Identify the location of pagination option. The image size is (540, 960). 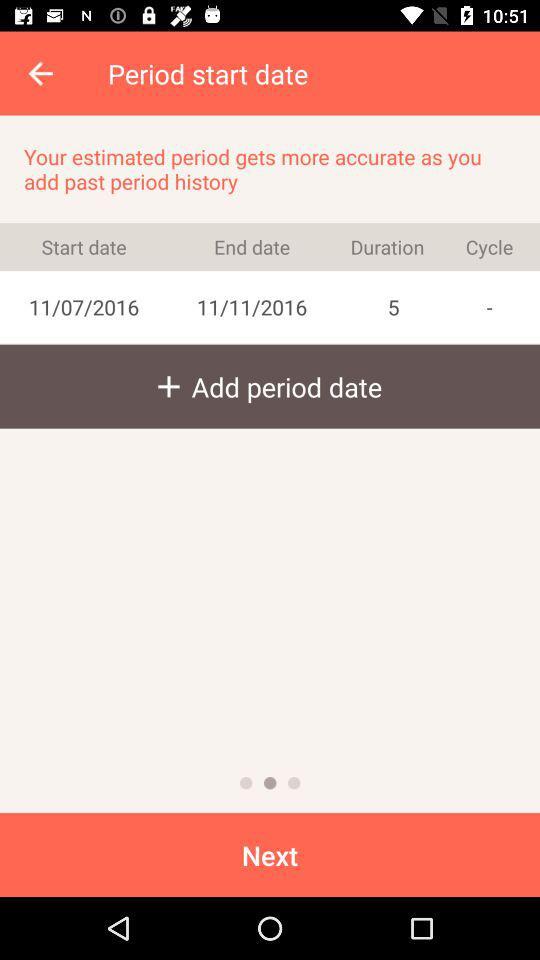
(246, 783).